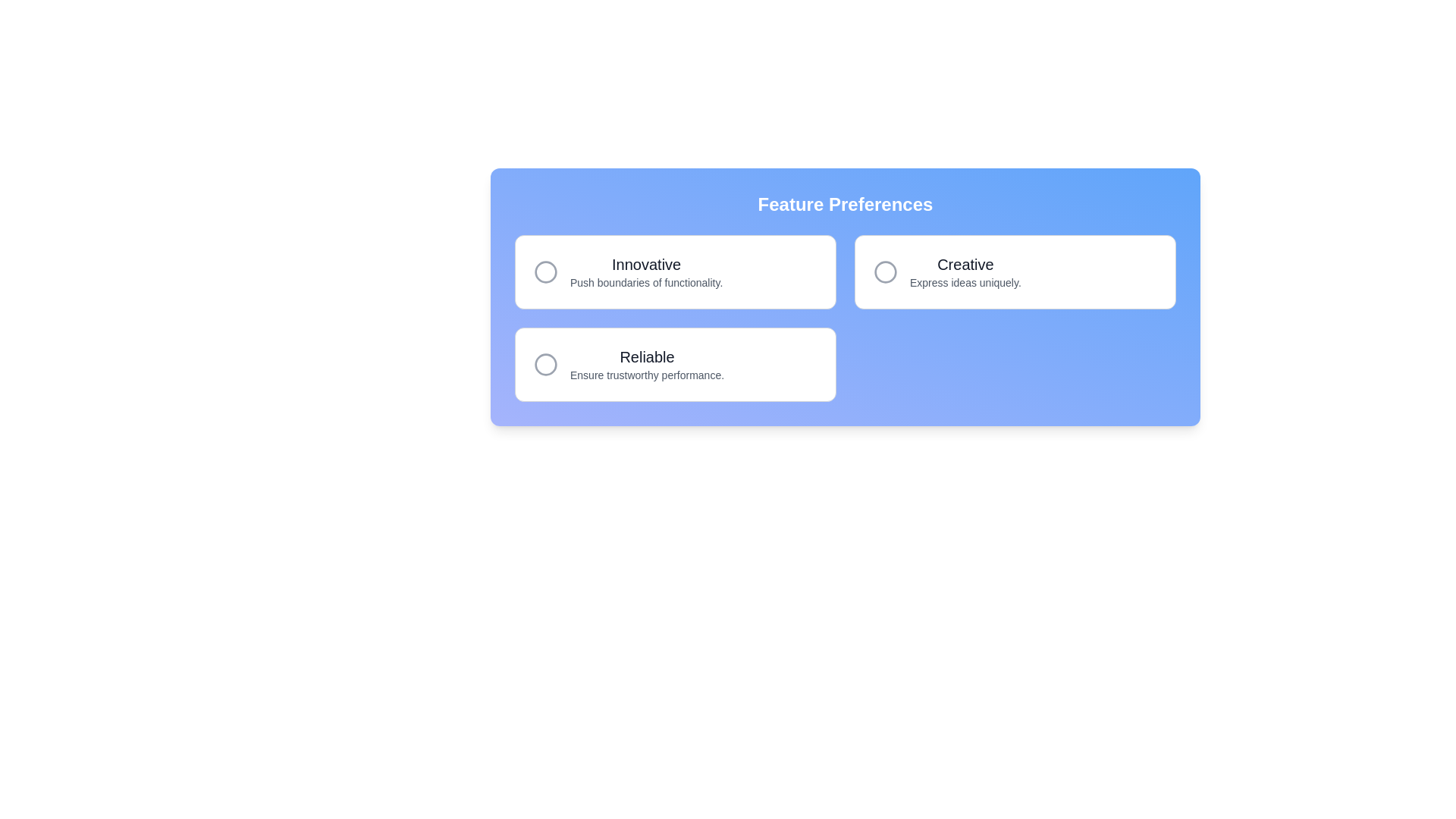  Describe the element at coordinates (546, 365) in the screenshot. I see `the circular outline of the 'Reliable' feature preference radio button` at that location.